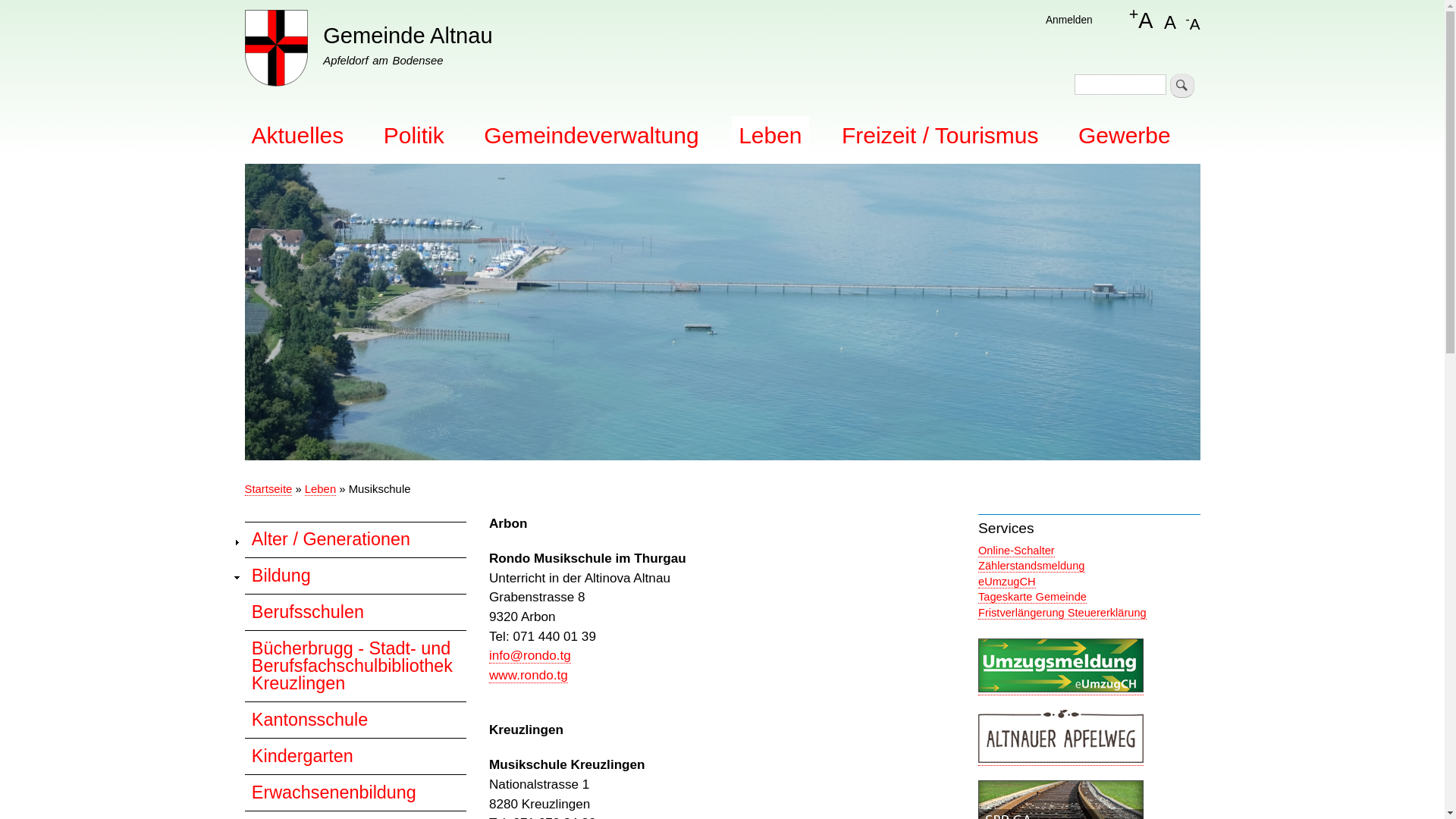  I want to click on 'Gewerbe', so click(1125, 134).